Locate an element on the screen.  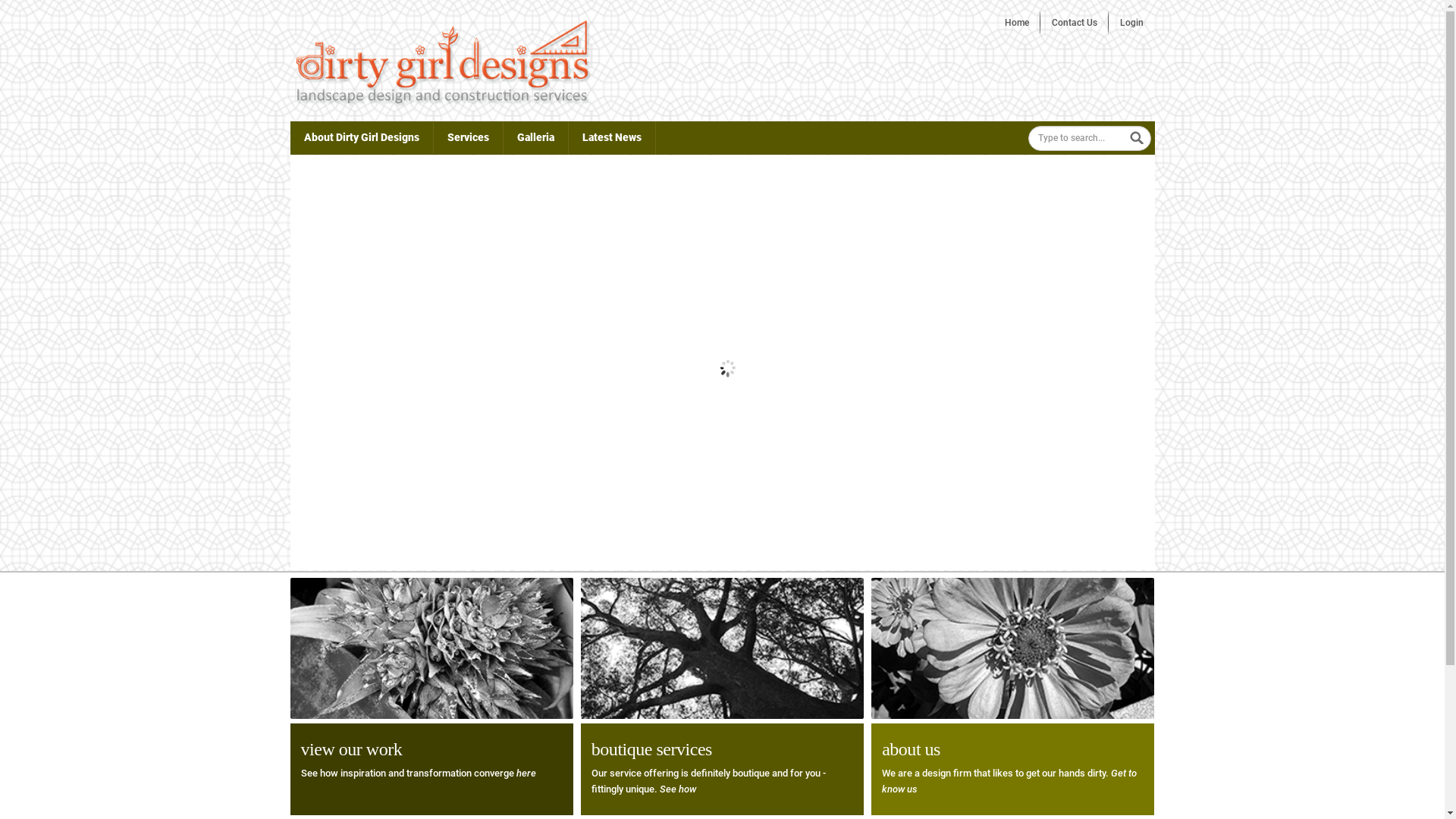
'Home' is located at coordinates (1016, 23).